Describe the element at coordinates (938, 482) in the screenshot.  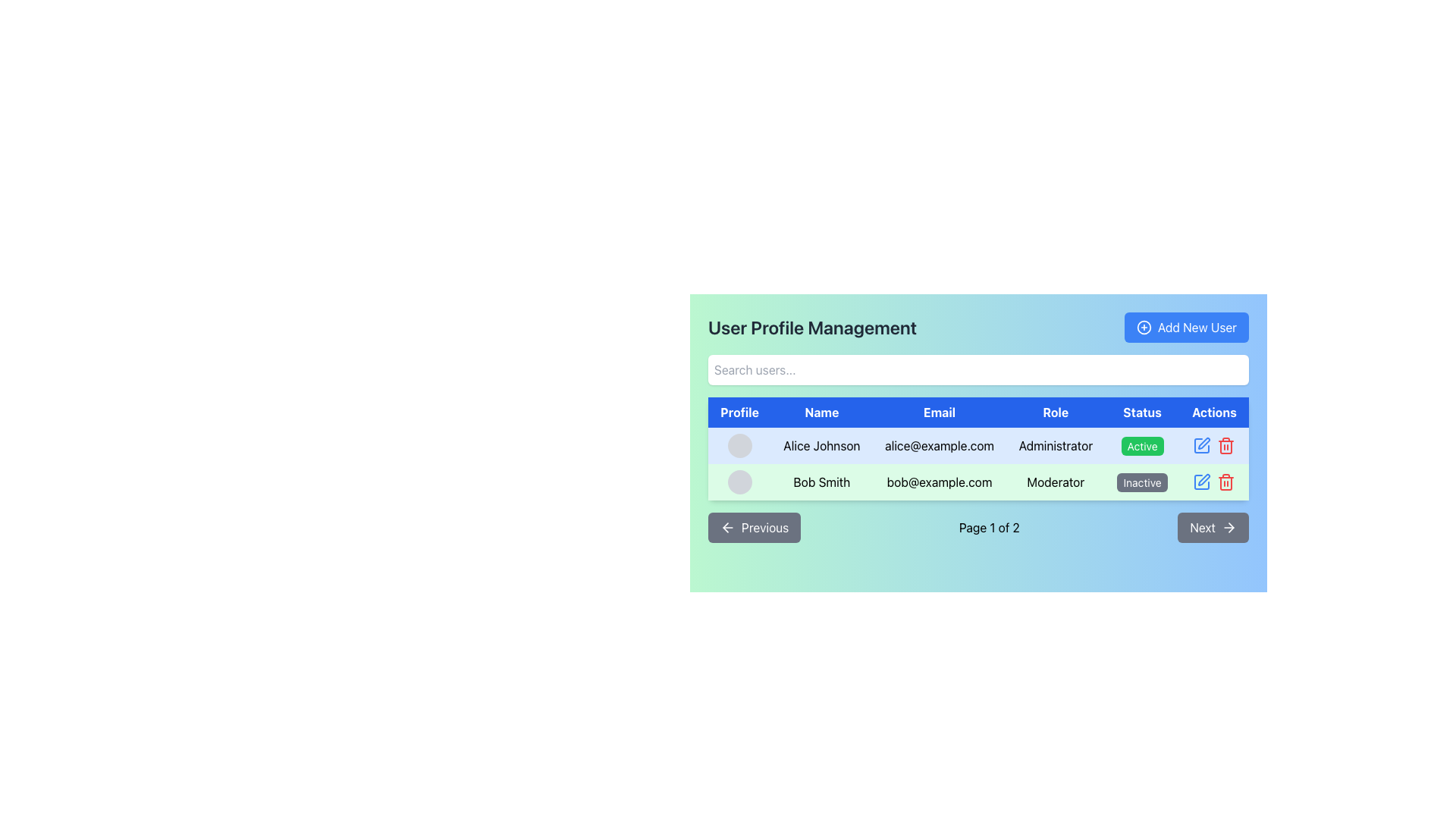
I see `the email display in the second row of the table under the 'Email' column` at that location.